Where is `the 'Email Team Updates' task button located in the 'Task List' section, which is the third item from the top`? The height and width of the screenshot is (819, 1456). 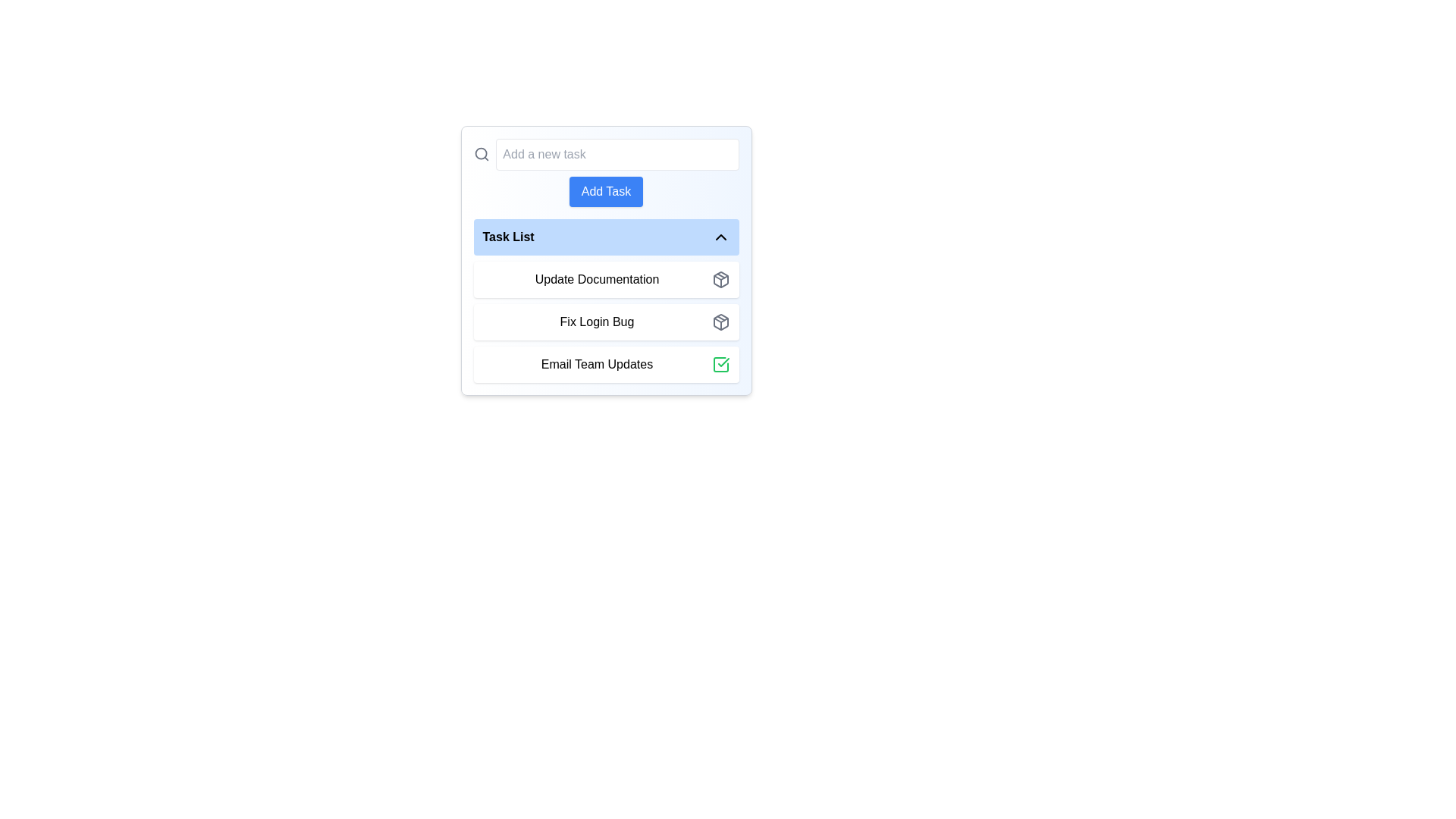
the 'Email Team Updates' task button located in the 'Task List' section, which is the third item from the top is located at coordinates (605, 365).